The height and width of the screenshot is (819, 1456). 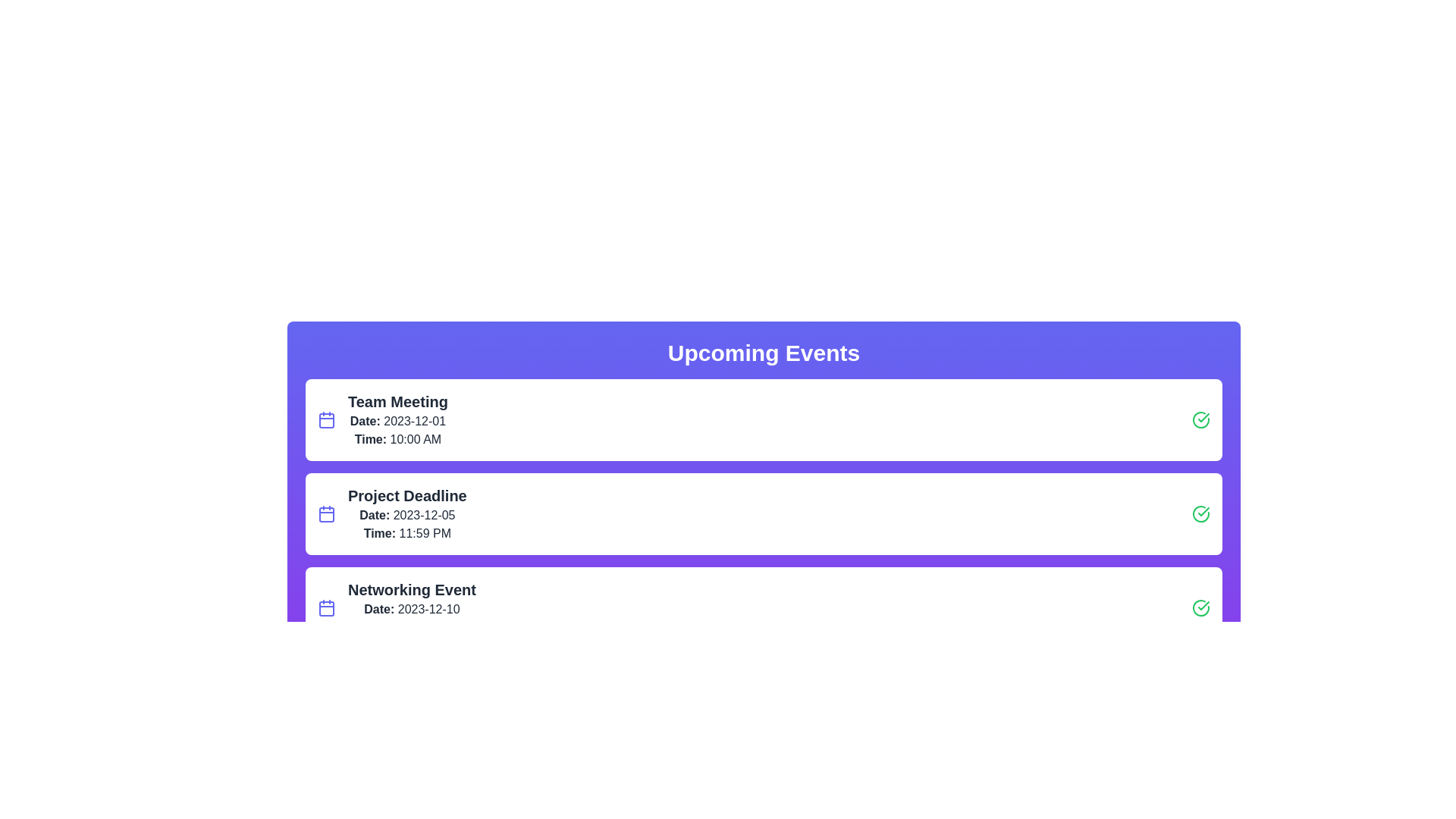 What do you see at coordinates (407, 496) in the screenshot?
I see `the bold, xl-sized text label displaying 'Project Deadline', which is centrally located at the top of the event card` at bounding box center [407, 496].